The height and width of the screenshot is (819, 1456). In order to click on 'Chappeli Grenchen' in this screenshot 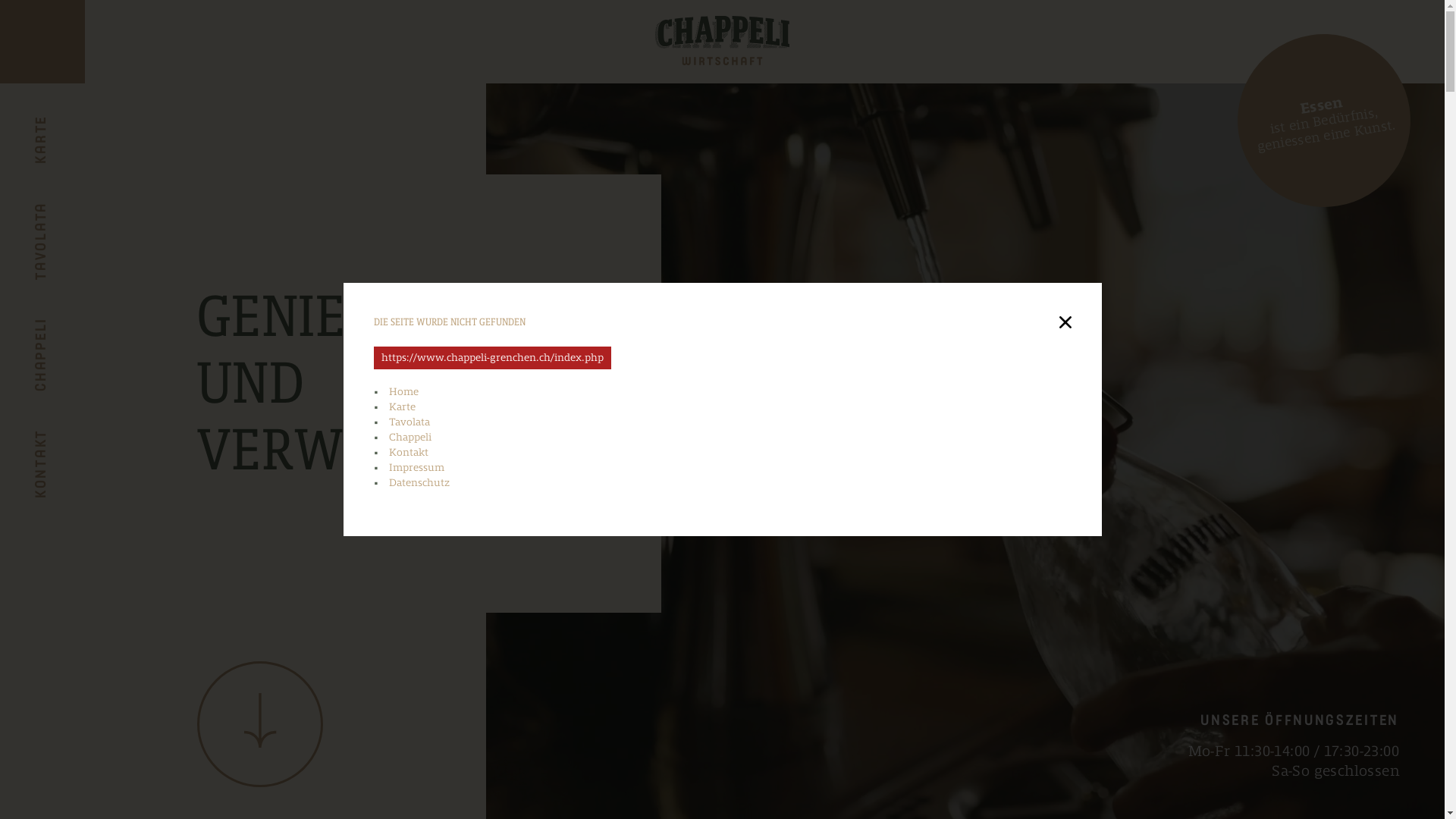, I will do `click(722, 39)`.